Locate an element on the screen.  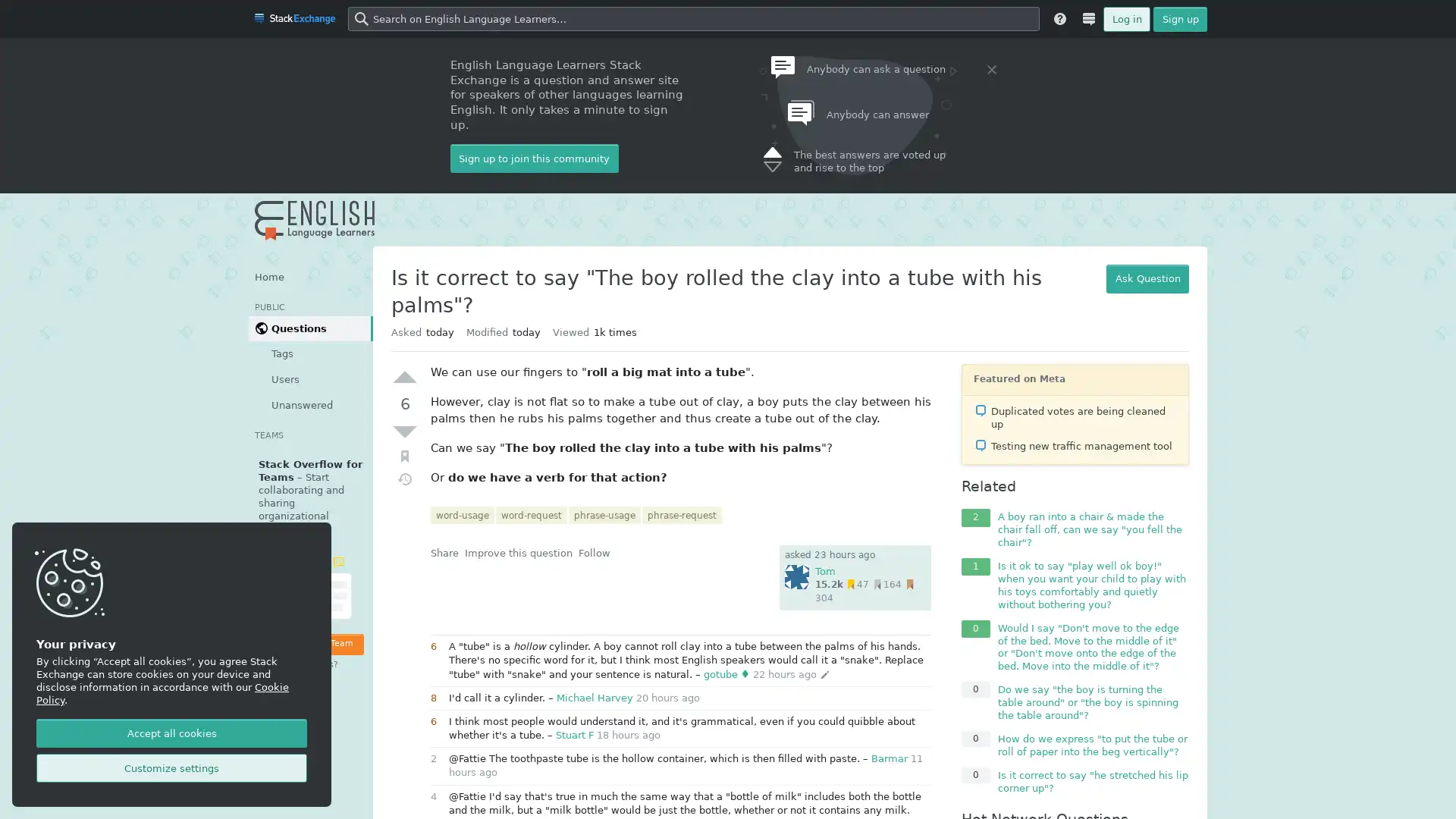
Up vote is located at coordinates (404, 376).